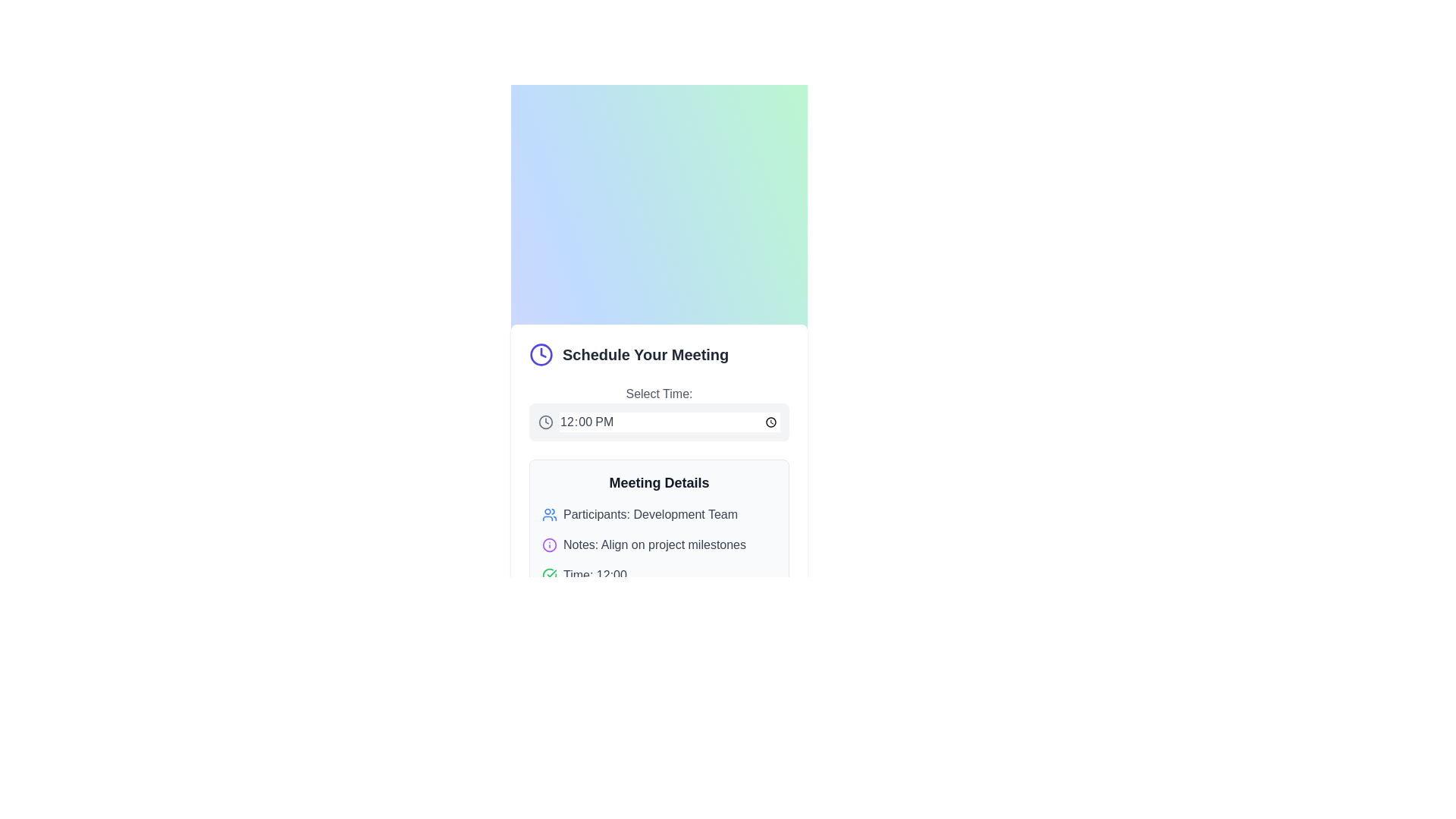 Image resolution: width=1456 pixels, height=819 pixels. What do you see at coordinates (548, 576) in the screenshot?
I see `the confirmation icon located to the left of the text 'Time: 12:00' in the 'Meeting Details' section` at bounding box center [548, 576].